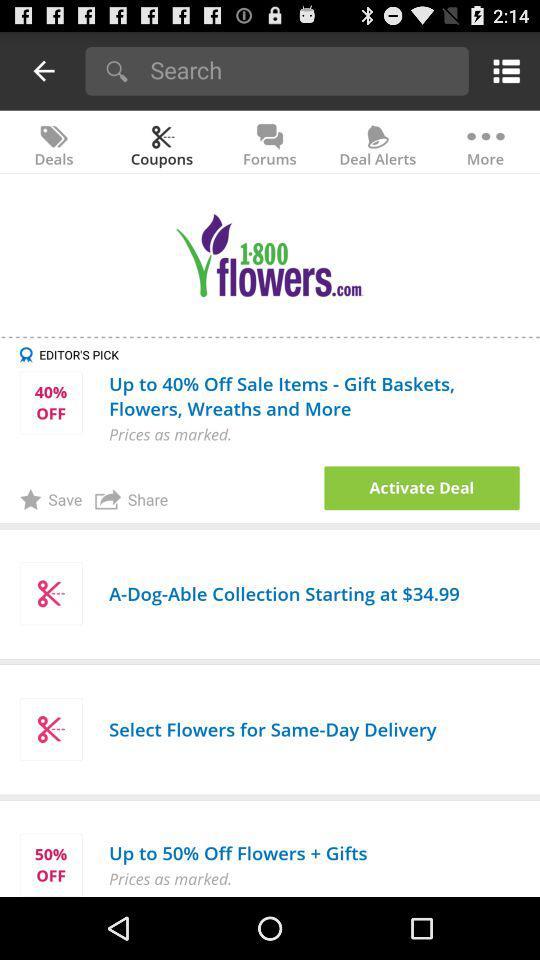 The image size is (540, 960). I want to click on app above up to 40, so click(278, 354).